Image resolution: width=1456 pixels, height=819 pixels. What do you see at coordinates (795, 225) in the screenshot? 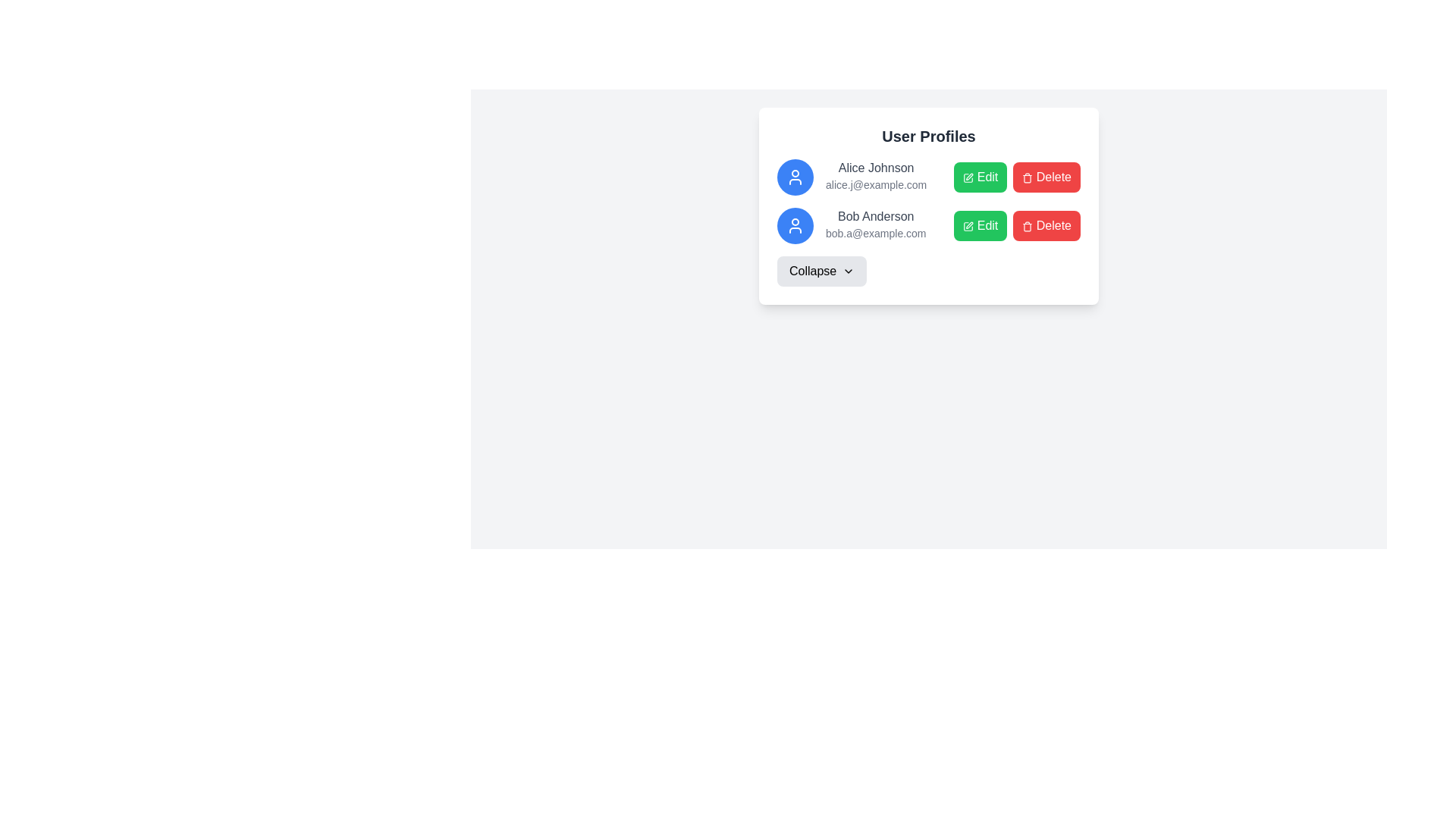
I see `the user profile icon located at the top left corner of the user profile entry, adjacent to the user's name and email` at bounding box center [795, 225].